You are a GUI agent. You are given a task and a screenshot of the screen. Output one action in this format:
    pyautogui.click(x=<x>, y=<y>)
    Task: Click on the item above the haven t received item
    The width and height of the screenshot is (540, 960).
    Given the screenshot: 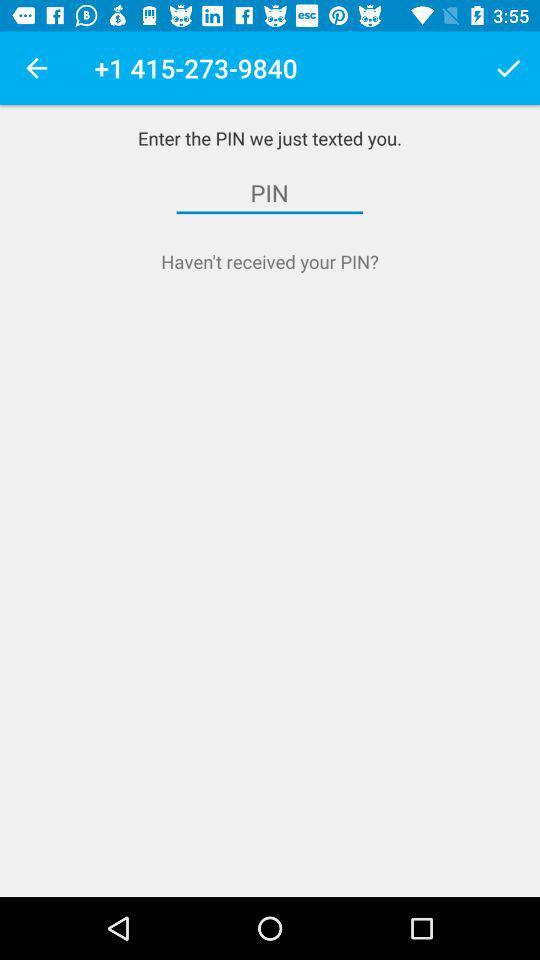 What is the action you would take?
    pyautogui.click(x=269, y=193)
    